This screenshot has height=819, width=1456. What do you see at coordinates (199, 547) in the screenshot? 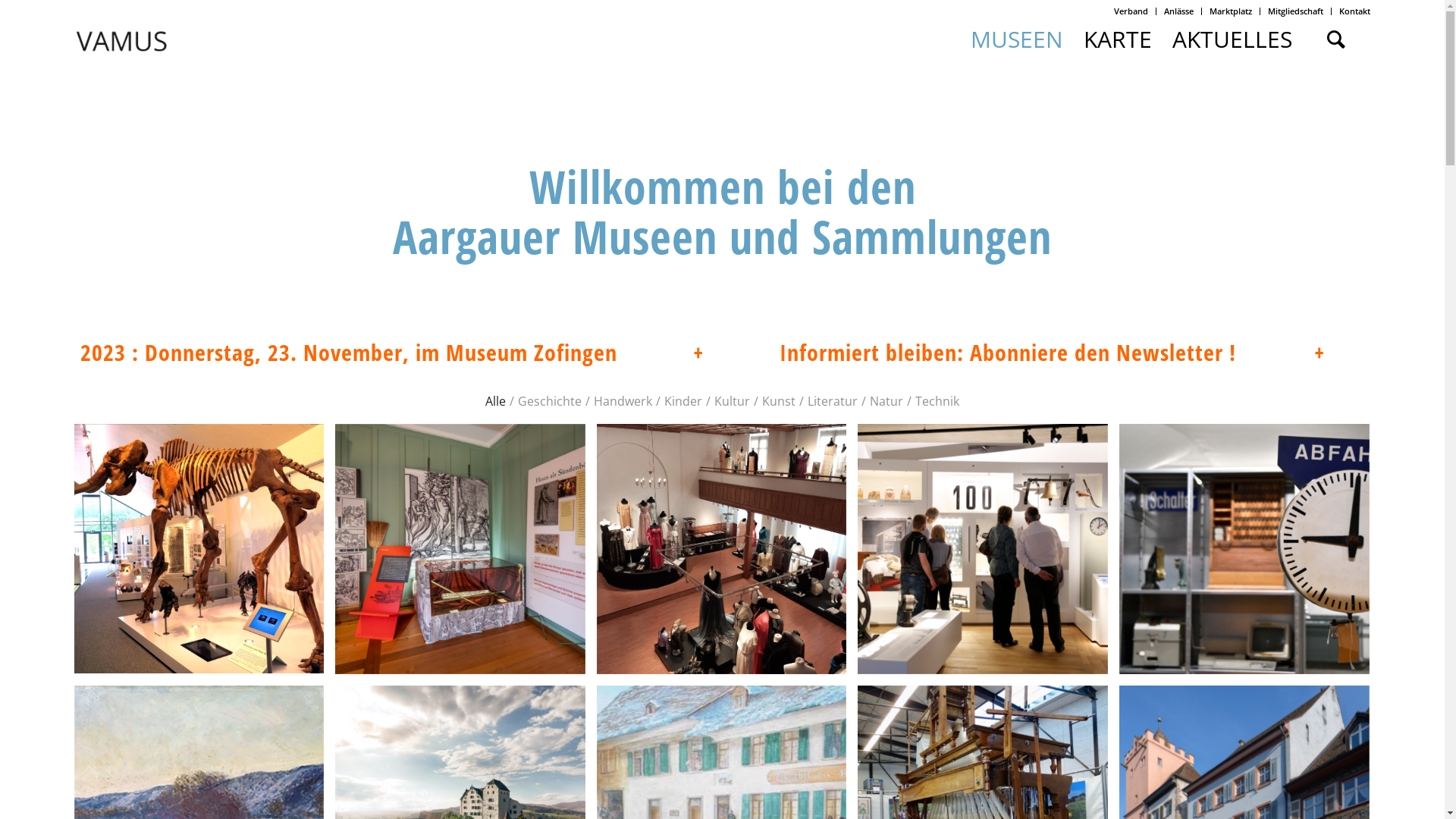
I see `'Mammutmuseum Niederweningen'` at bounding box center [199, 547].